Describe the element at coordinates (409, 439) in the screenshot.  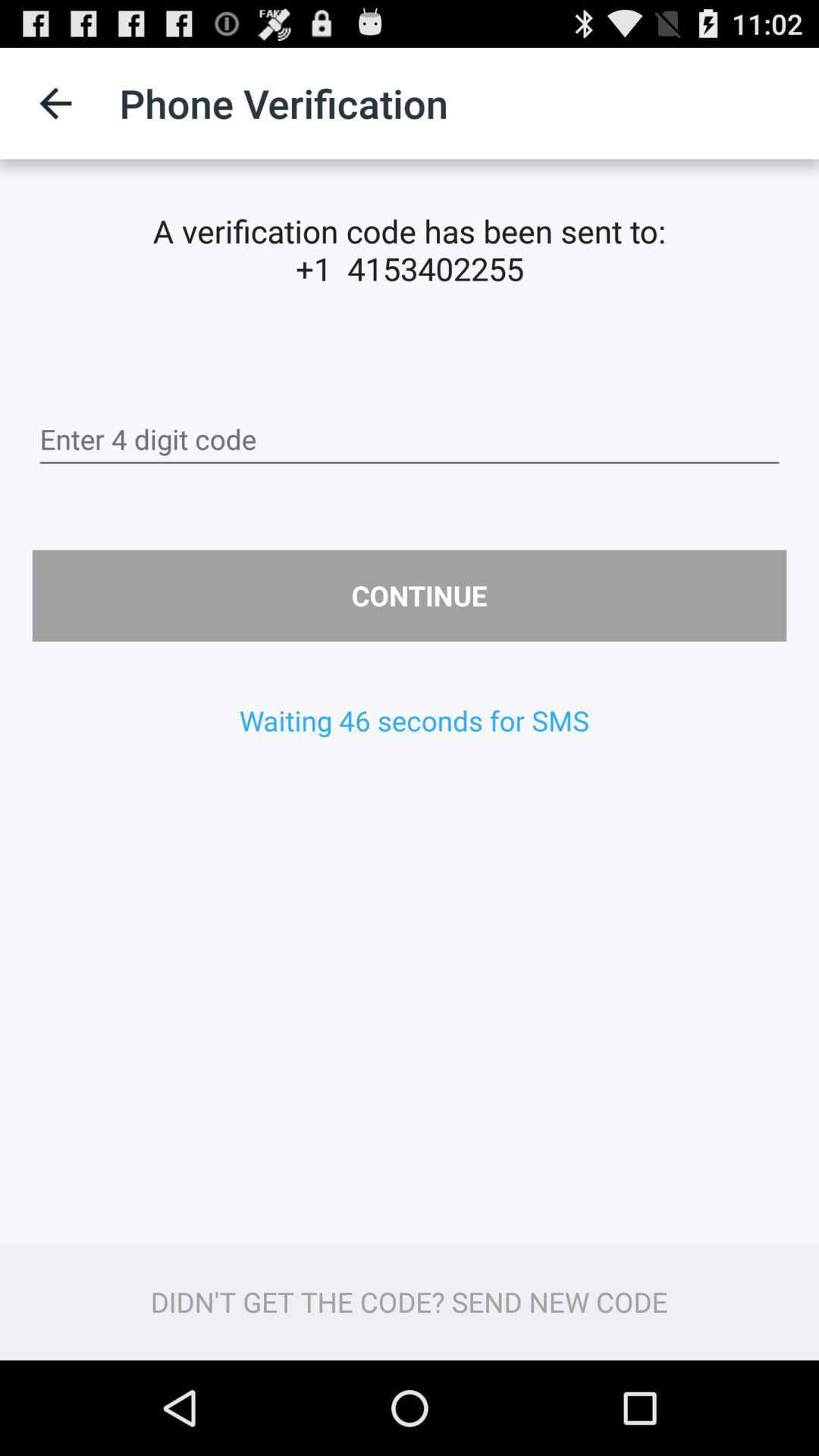
I see `the 4 digit security code` at that location.